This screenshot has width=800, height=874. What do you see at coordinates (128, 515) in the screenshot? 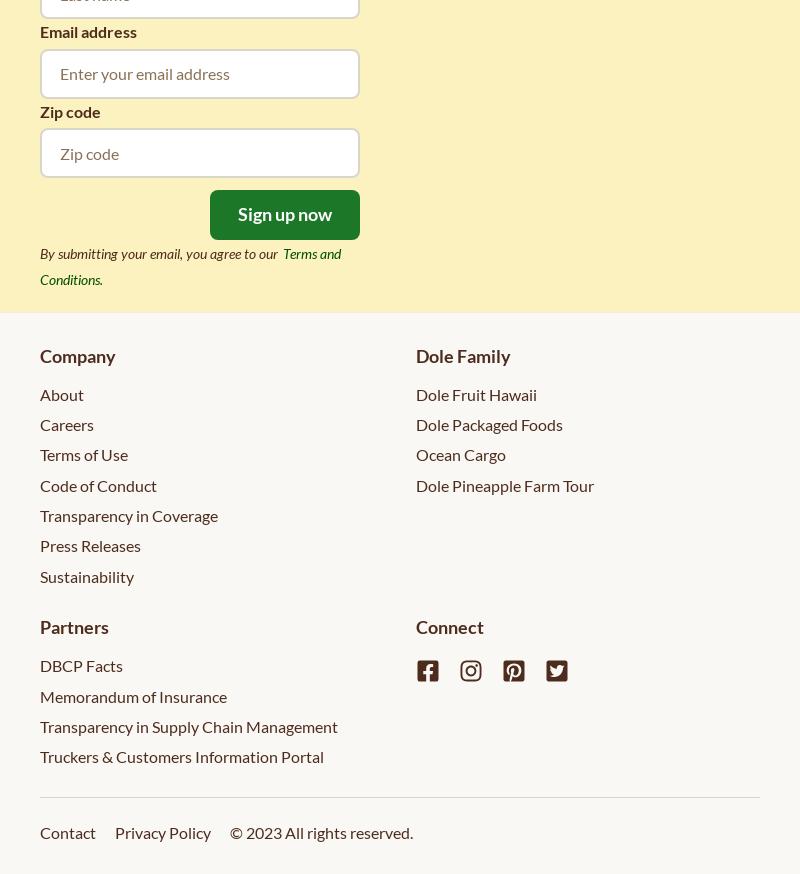
I see `'Transparency in Coverage'` at bounding box center [128, 515].